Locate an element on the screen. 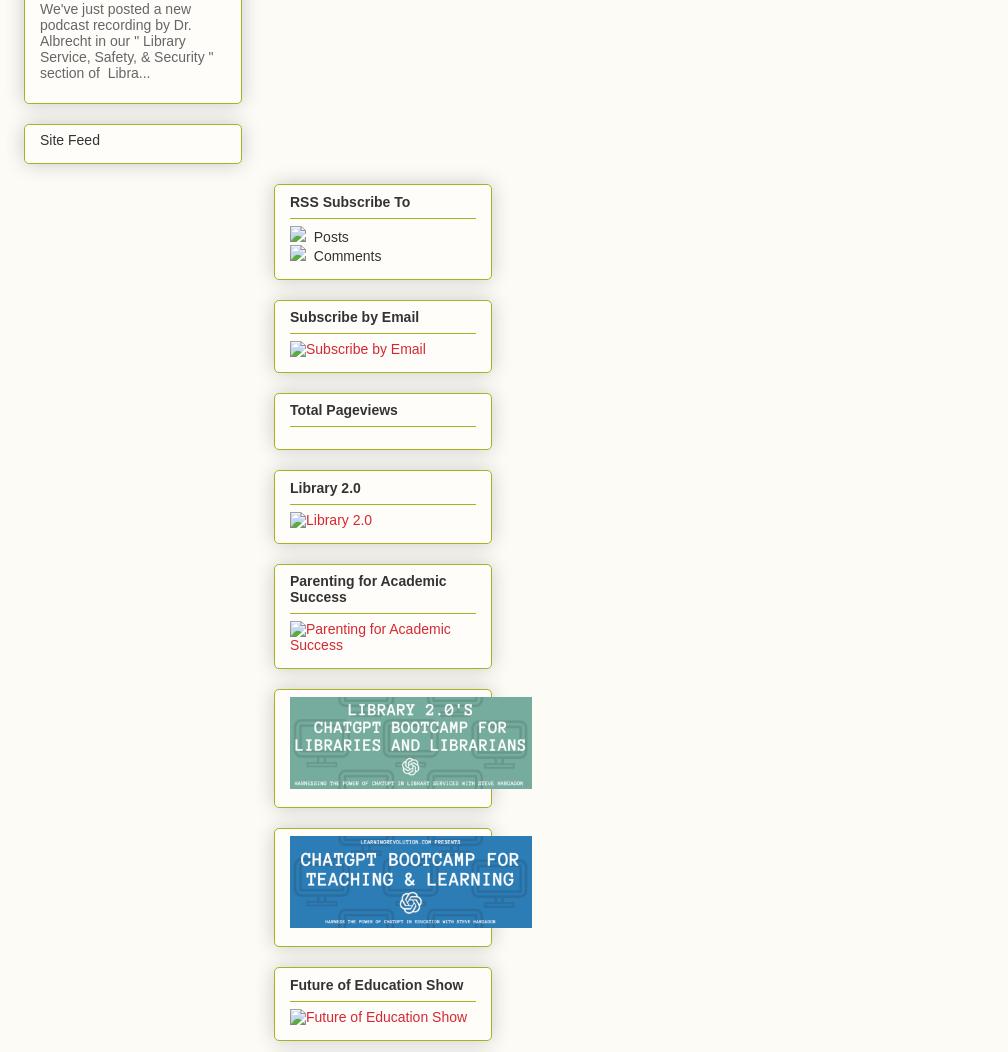  'Comments' is located at coordinates (308, 254).